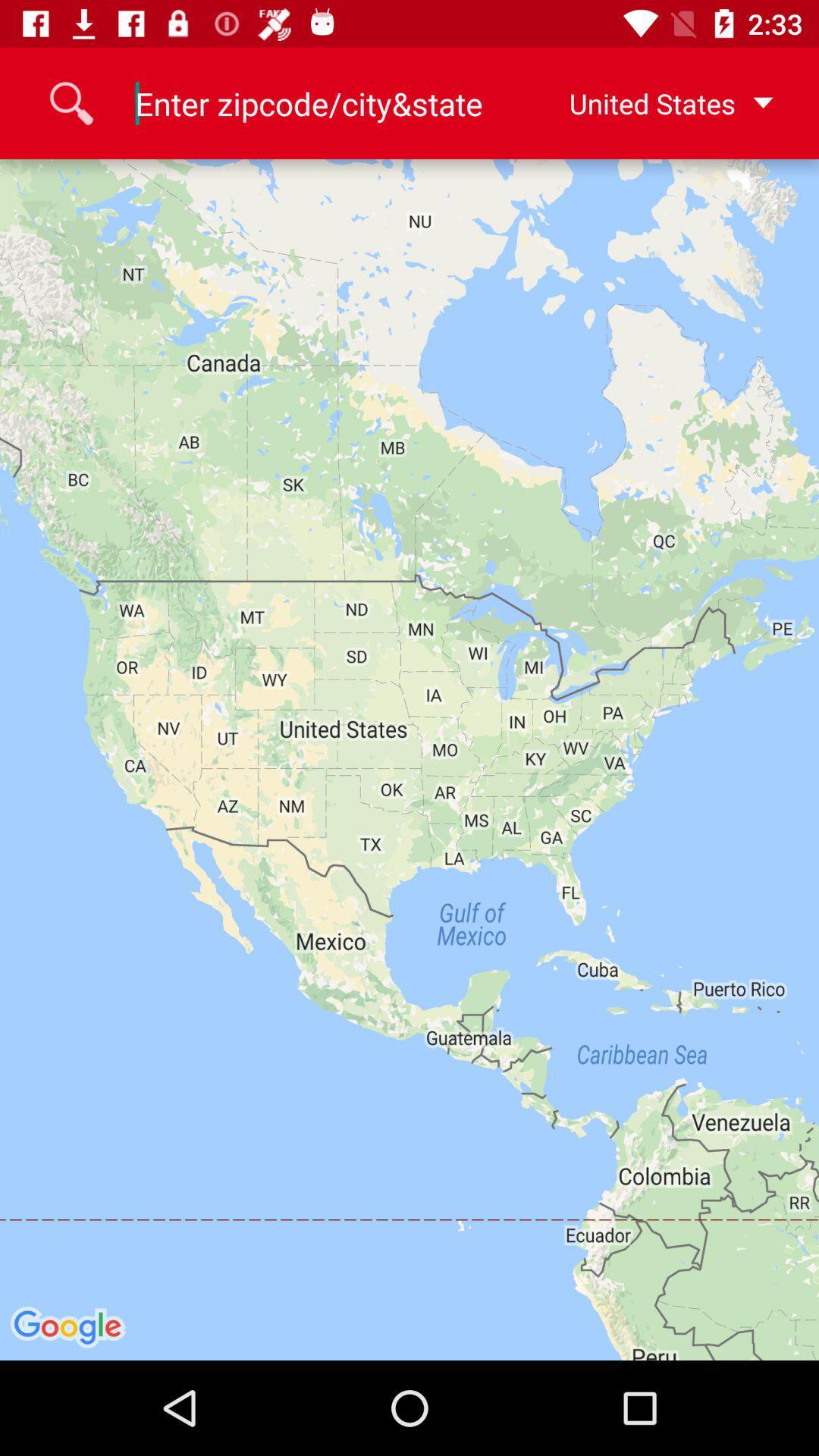 The image size is (819, 1456). What do you see at coordinates (647, 102) in the screenshot?
I see `the united states item` at bounding box center [647, 102].